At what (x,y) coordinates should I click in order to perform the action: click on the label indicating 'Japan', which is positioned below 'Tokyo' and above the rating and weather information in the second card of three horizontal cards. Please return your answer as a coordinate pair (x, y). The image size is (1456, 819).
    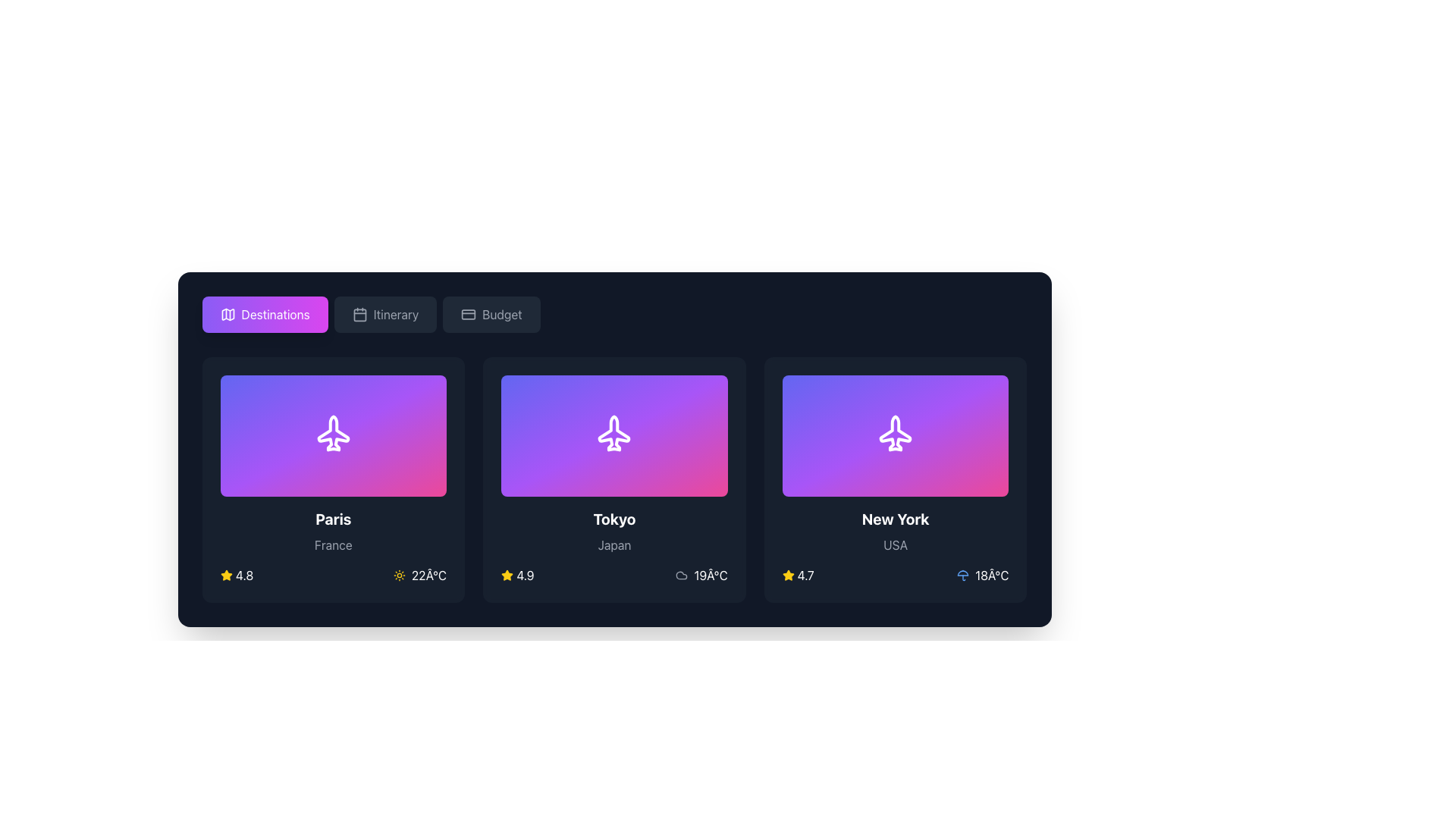
    Looking at the image, I should click on (614, 544).